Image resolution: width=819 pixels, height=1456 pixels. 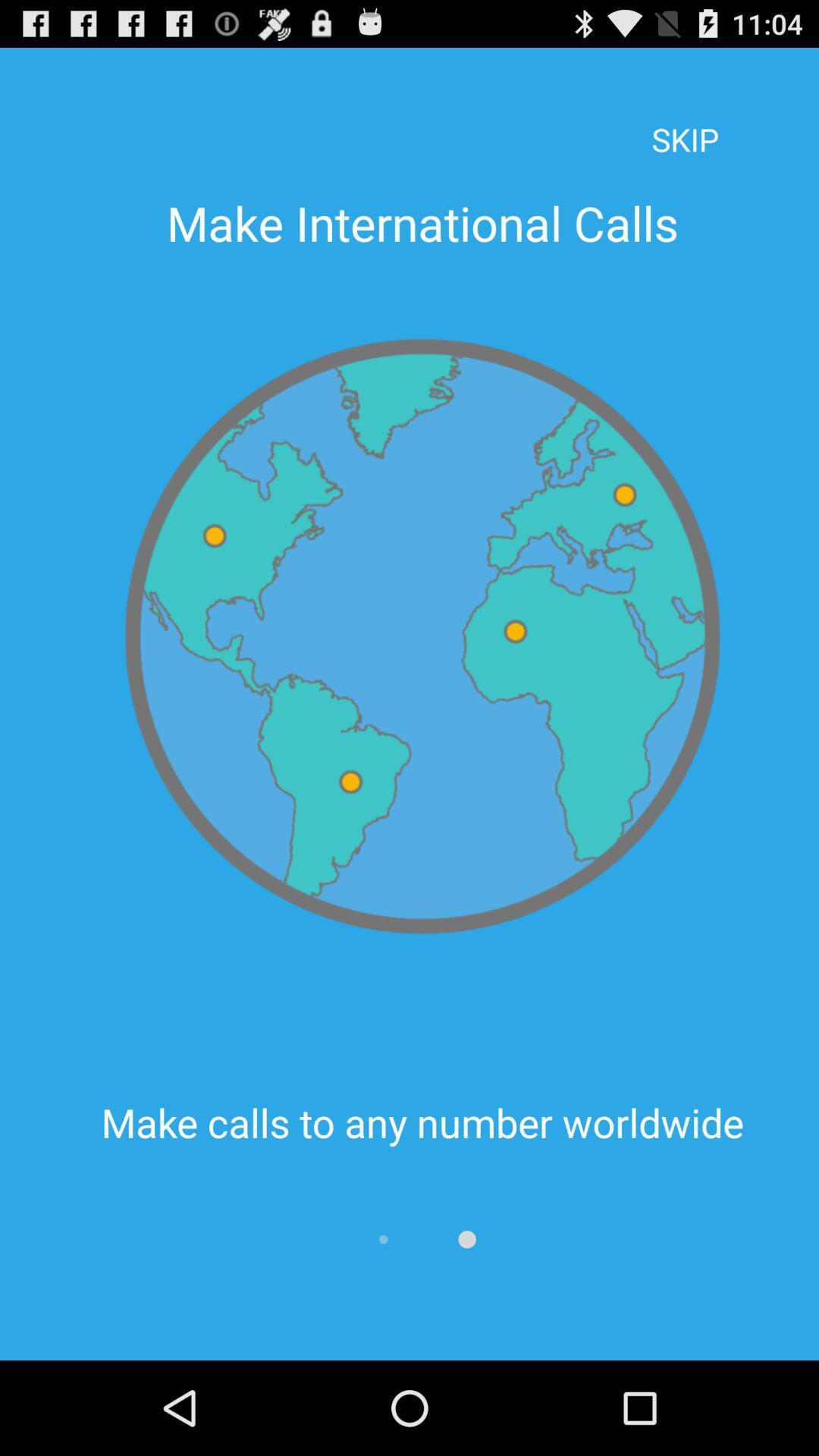 What do you see at coordinates (466, 1239) in the screenshot?
I see `indicating page two of two` at bounding box center [466, 1239].